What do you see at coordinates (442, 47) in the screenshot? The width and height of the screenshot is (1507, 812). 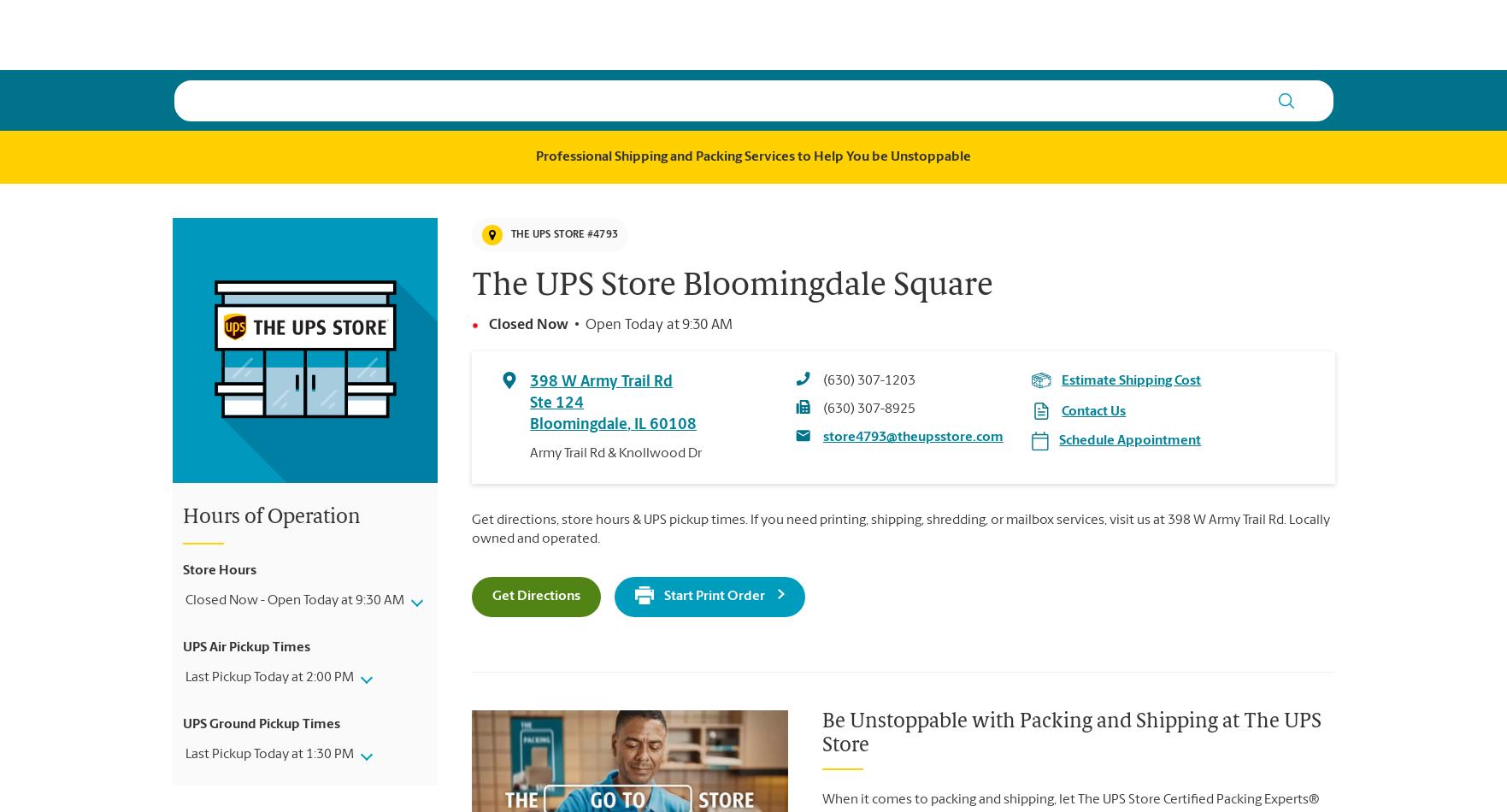 I see `'About The UPS Store'` at bounding box center [442, 47].